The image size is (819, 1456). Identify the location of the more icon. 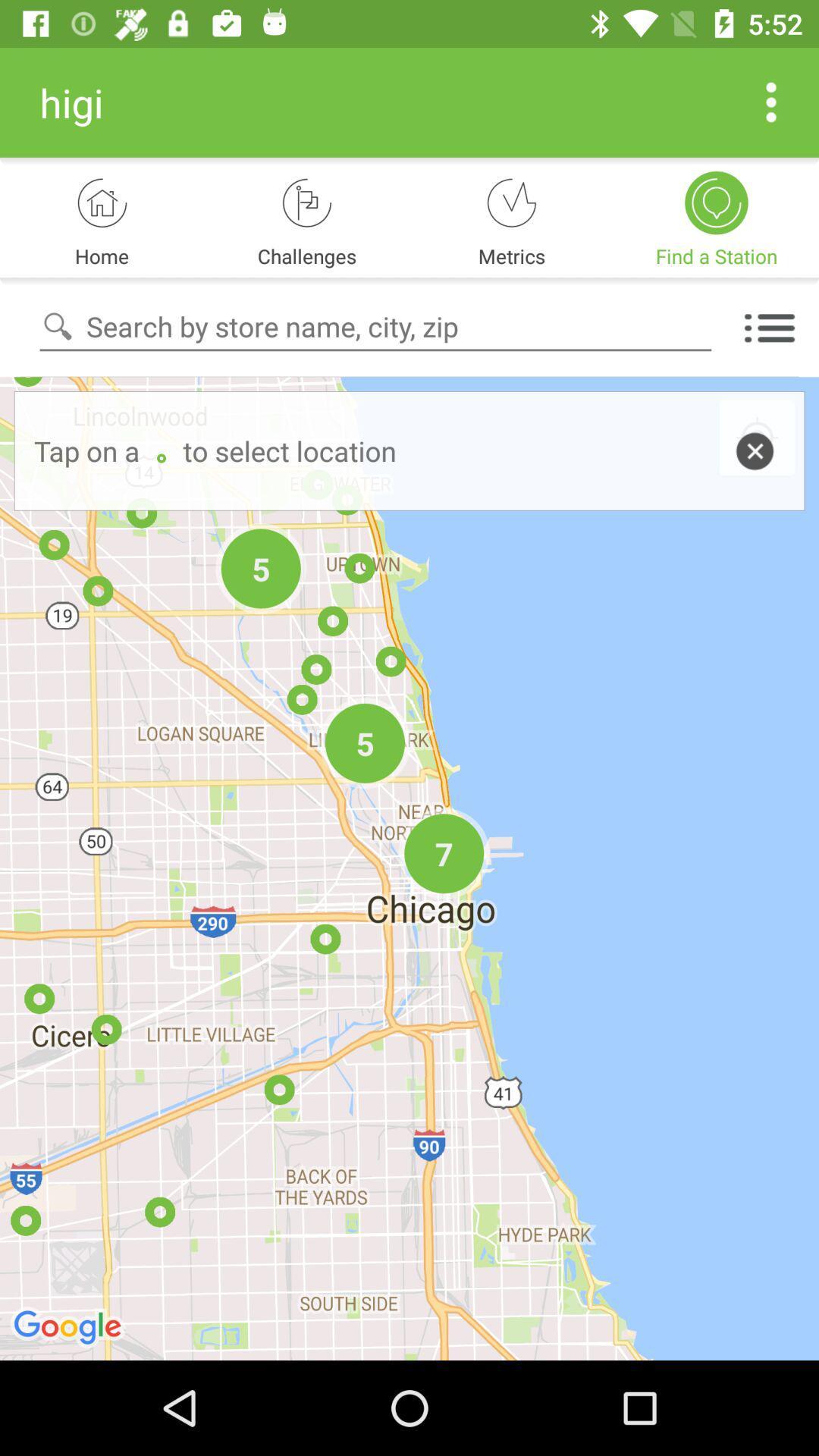
(771, 101).